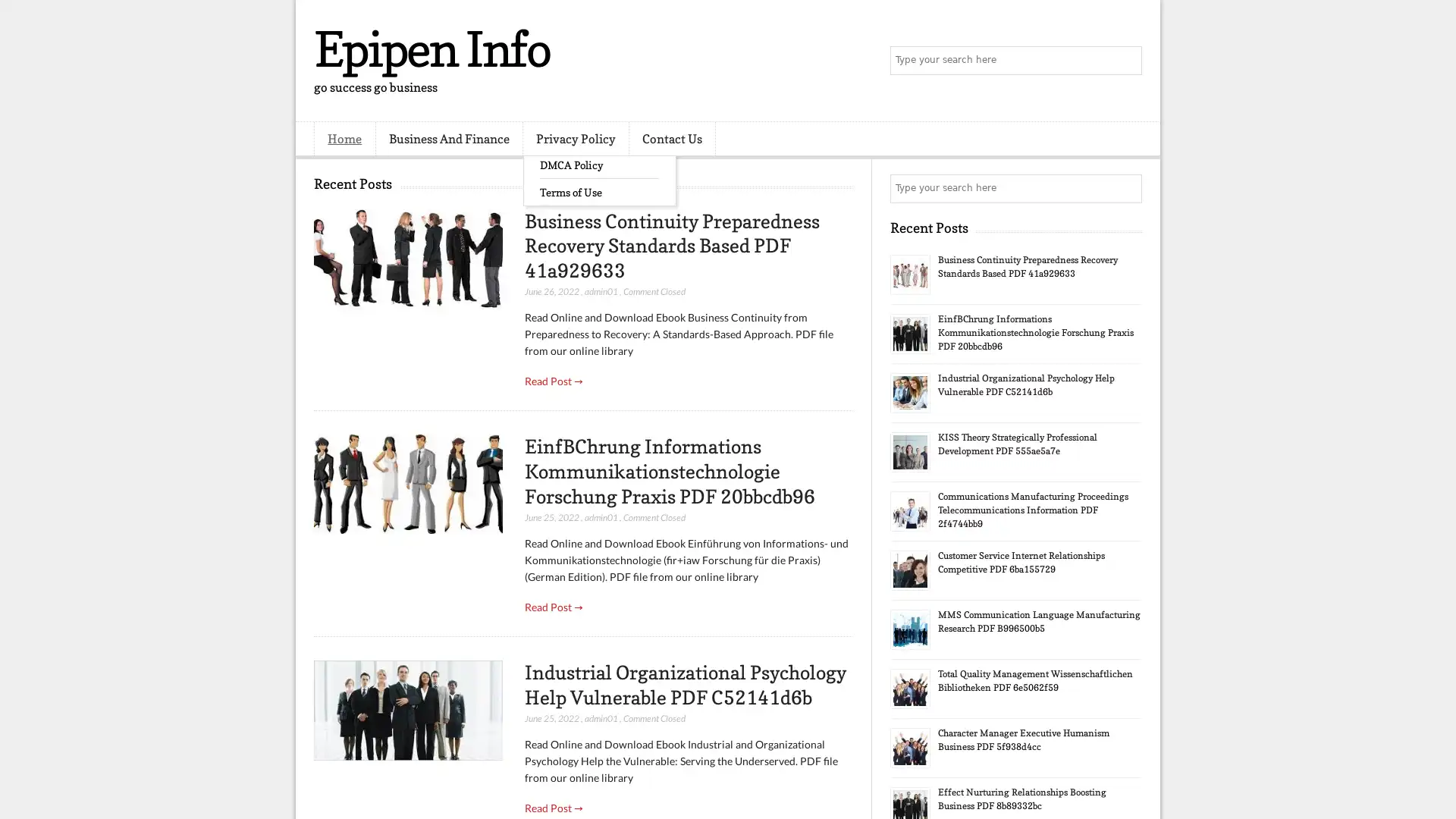 Image resolution: width=1456 pixels, height=819 pixels. What do you see at coordinates (1126, 188) in the screenshot?
I see `Search` at bounding box center [1126, 188].